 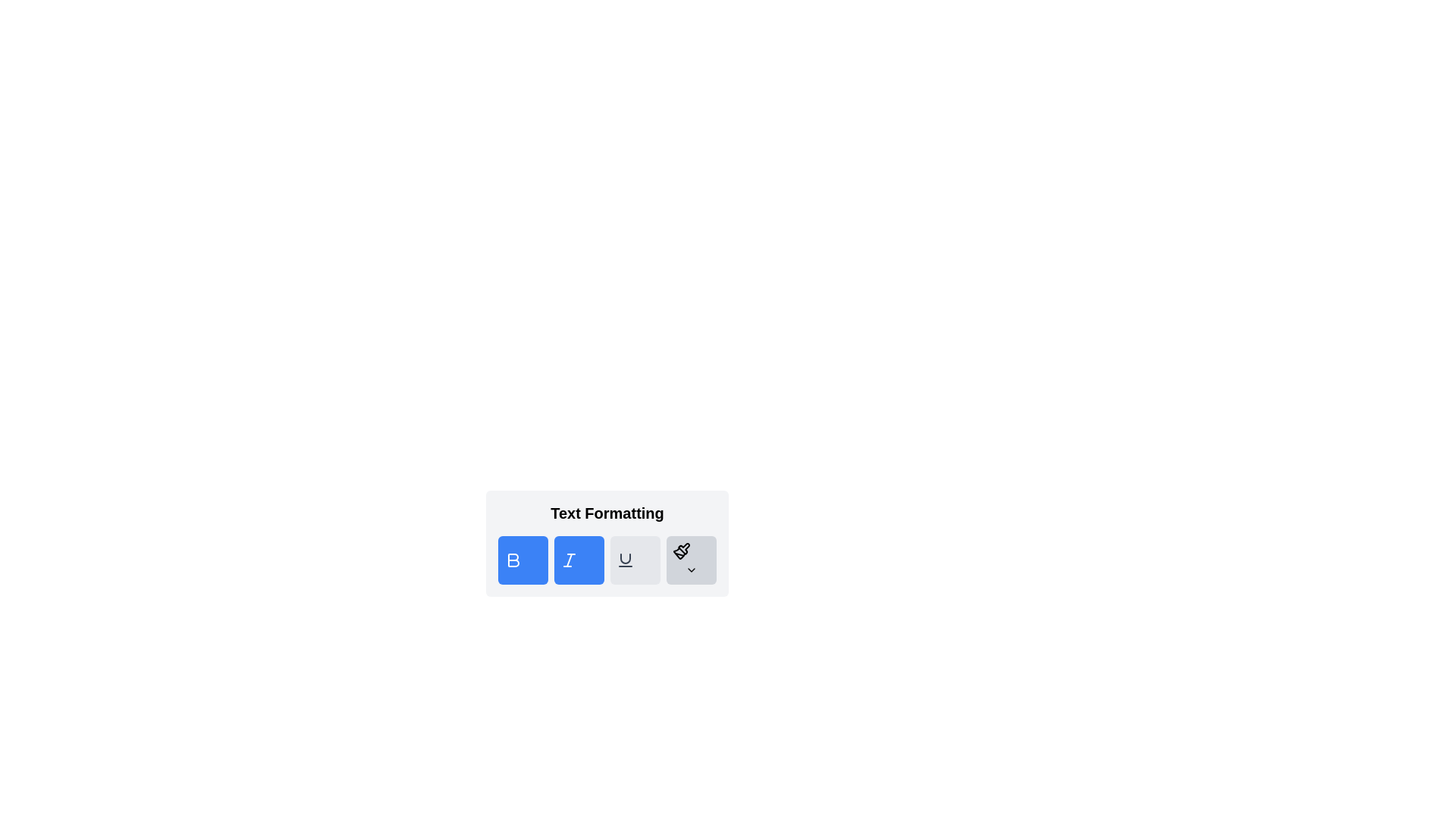 What do you see at coordinates (691, 560) in the screenshot?
I see `the Dropdown button, which is the fourth button from the left in a grid of four buttons` at bounding box center [691, 560].